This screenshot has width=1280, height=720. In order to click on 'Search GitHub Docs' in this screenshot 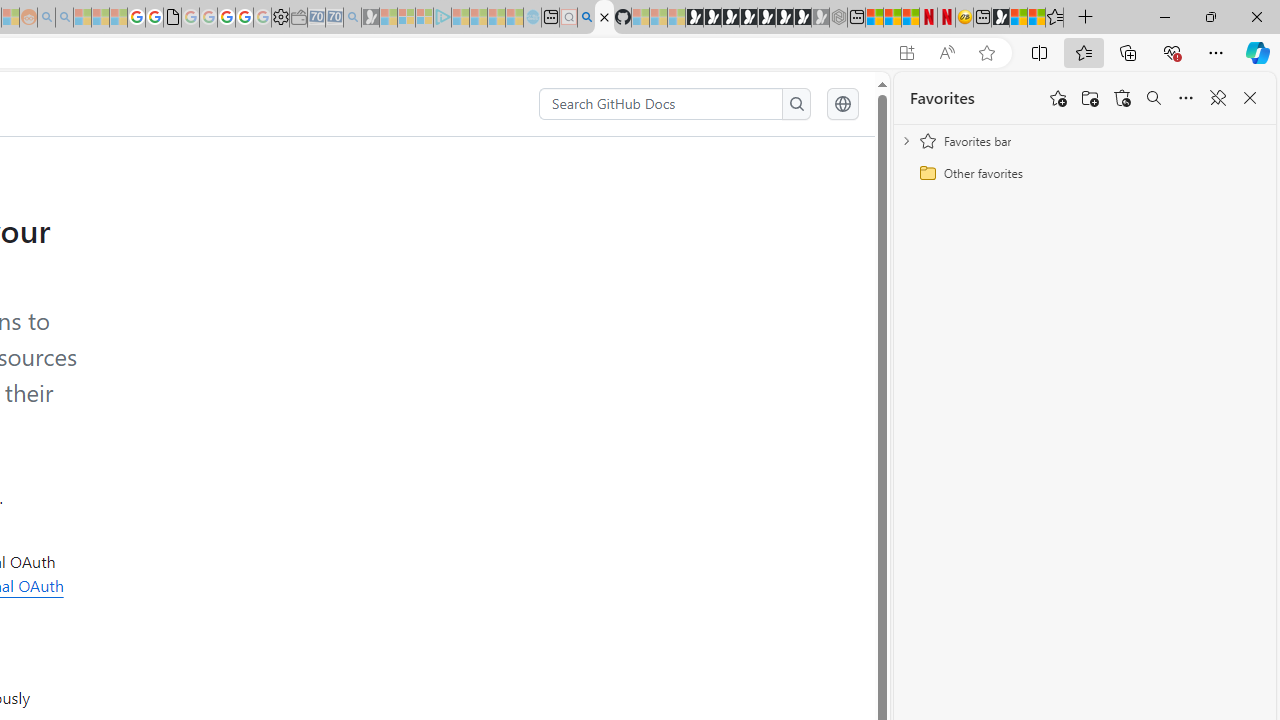, I will do `click(661, 104)`.